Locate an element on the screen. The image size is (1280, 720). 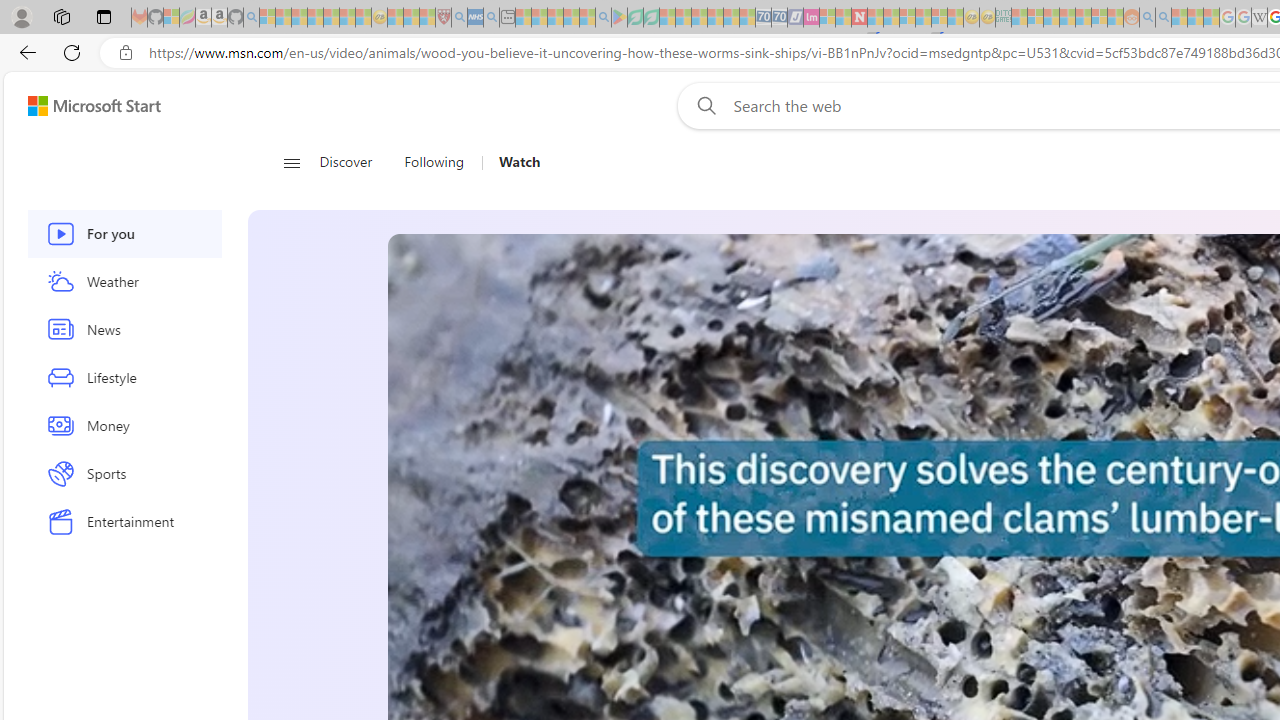
'Target page - Wikipedia - Sleeping' is located at coordinates (1258, 17).